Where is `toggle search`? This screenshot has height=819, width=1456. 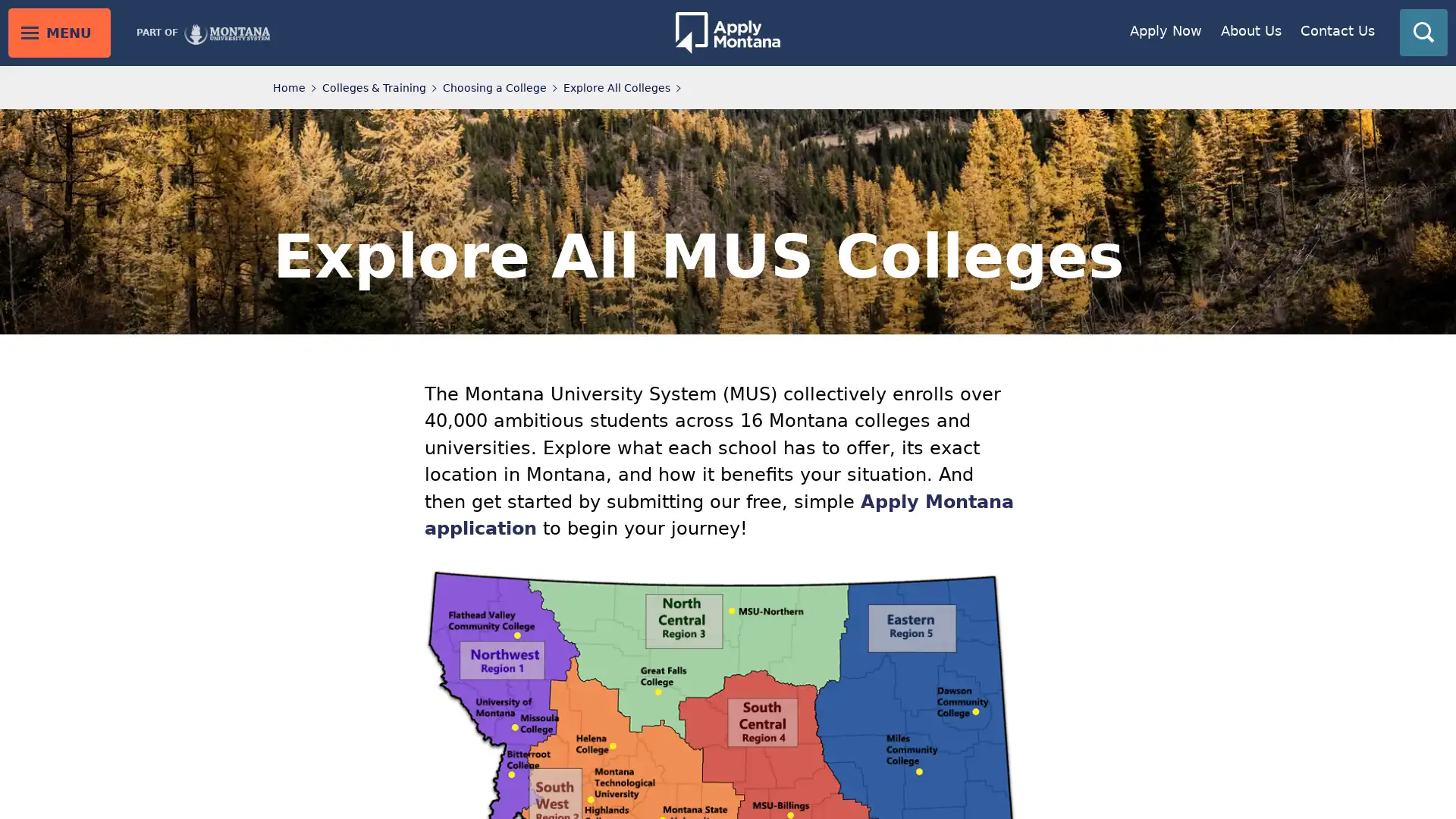
toggle search is located at coordinates (1423, 32).